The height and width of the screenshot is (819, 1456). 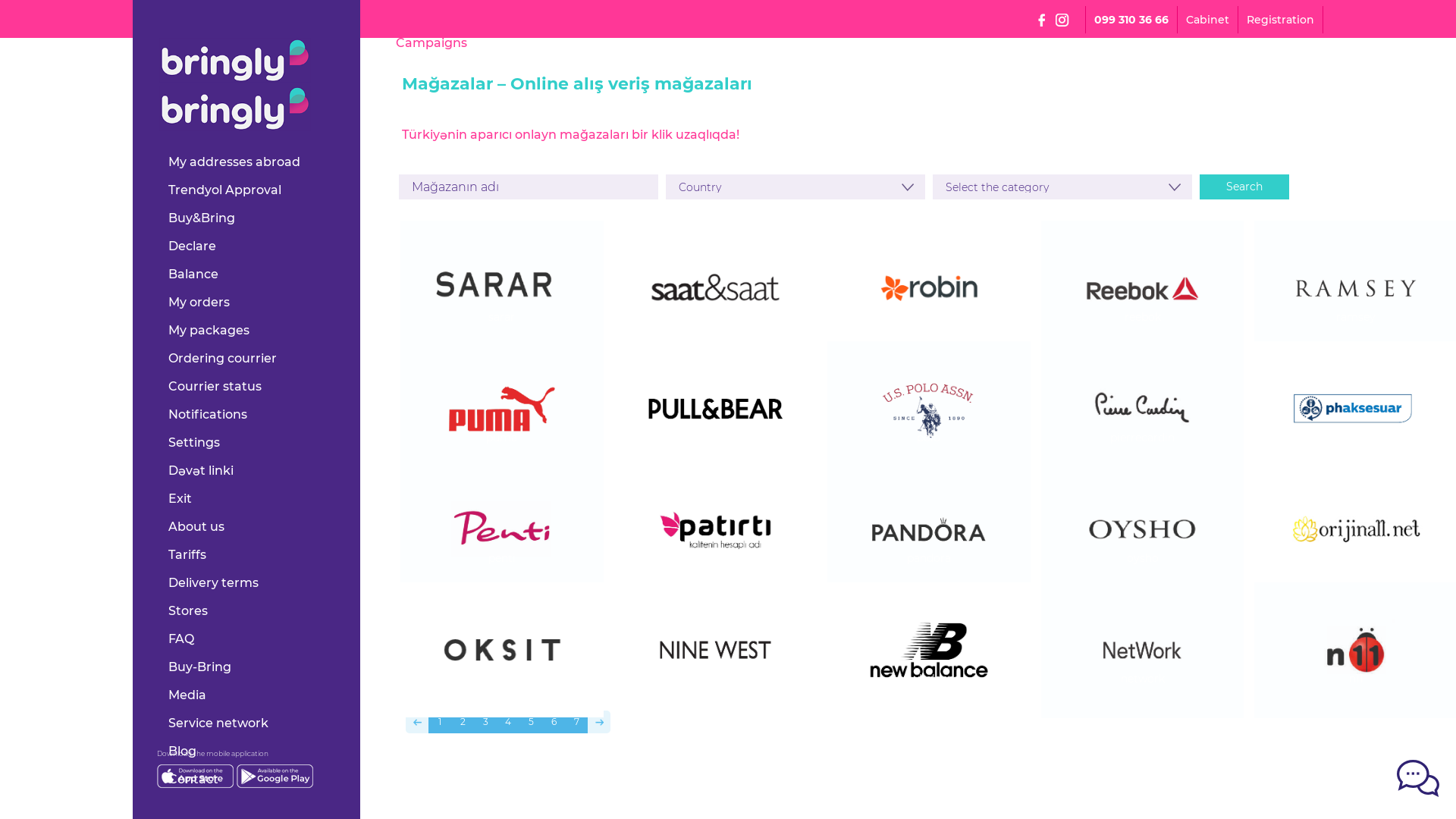 What do you see at coordinates (233, 162) in the screenshot?
I see `'My addresses abroad'` at bounding box center [233, 162].